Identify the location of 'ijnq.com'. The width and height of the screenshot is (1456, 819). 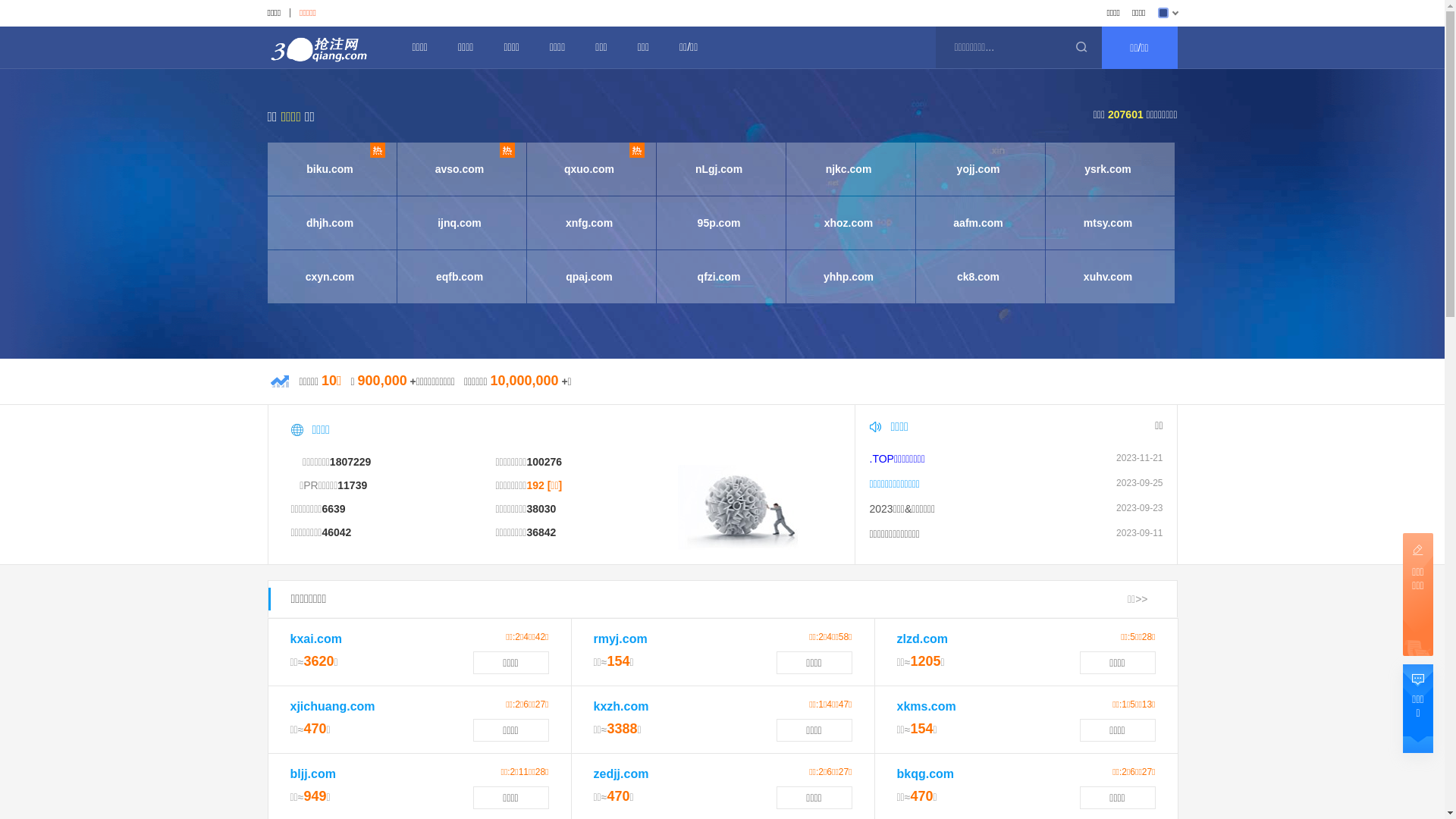
(459, 222).